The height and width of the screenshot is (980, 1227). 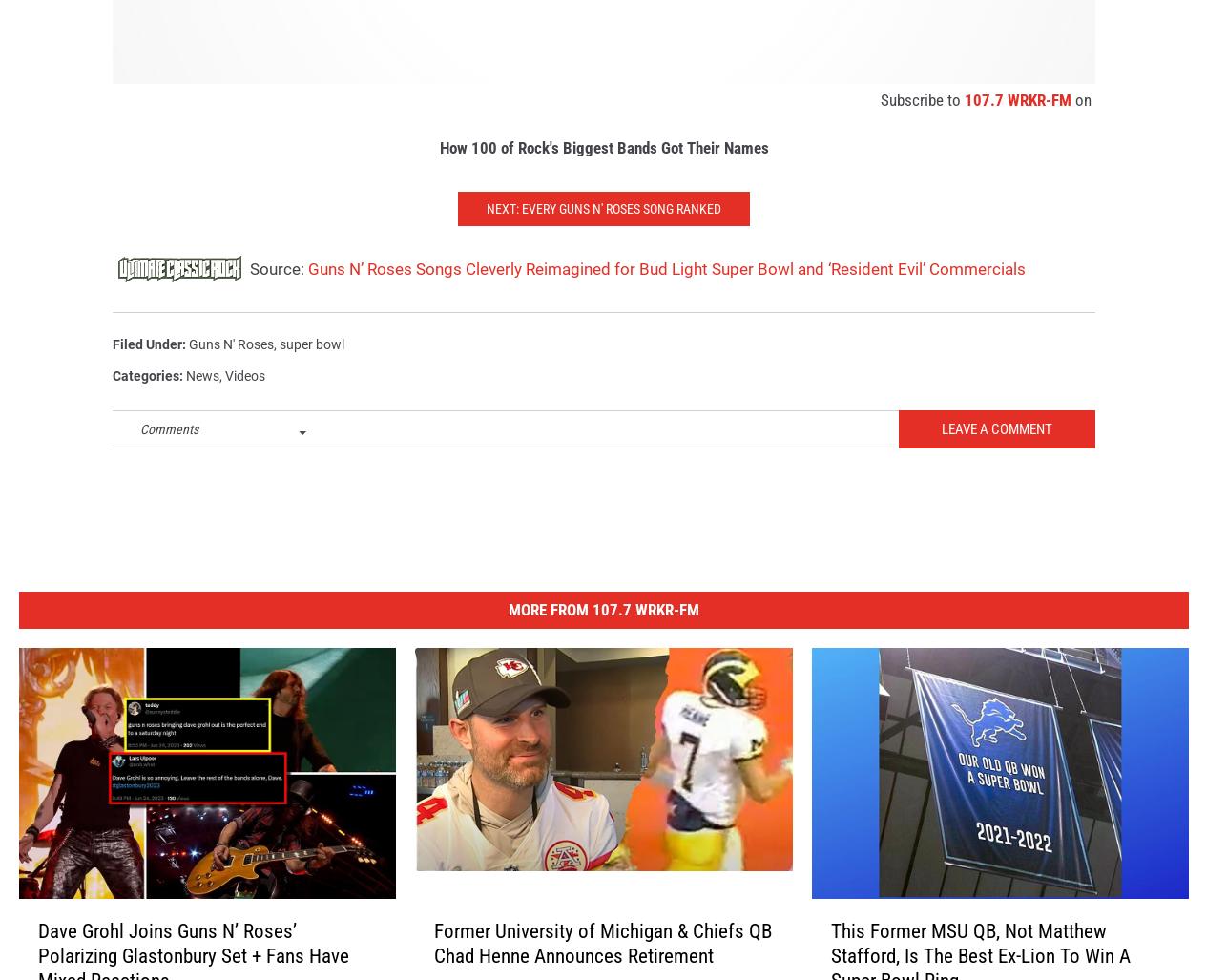 I want to click on '107.7 WRKR-FM', so click(x=1016, y=121).